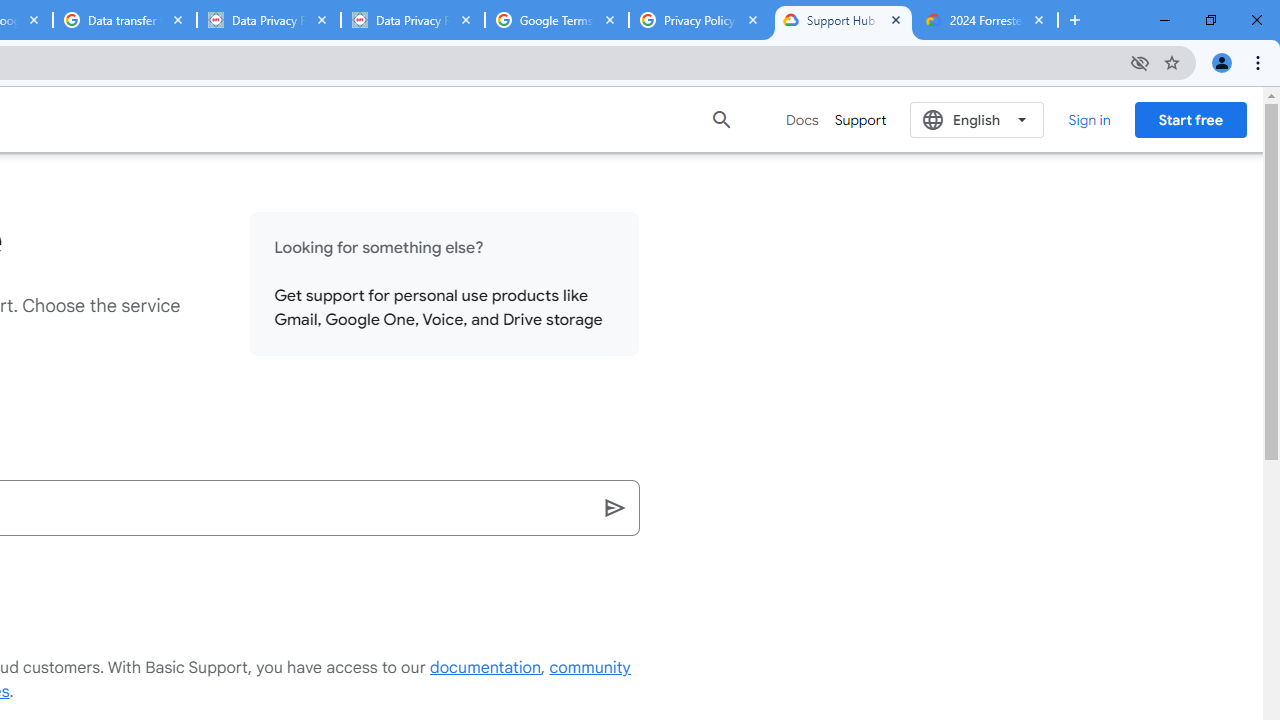 The image size is (1280, 720). Describe the element at coordinates (802, 119) in the screenshot. I see `'Docs'` at that location.